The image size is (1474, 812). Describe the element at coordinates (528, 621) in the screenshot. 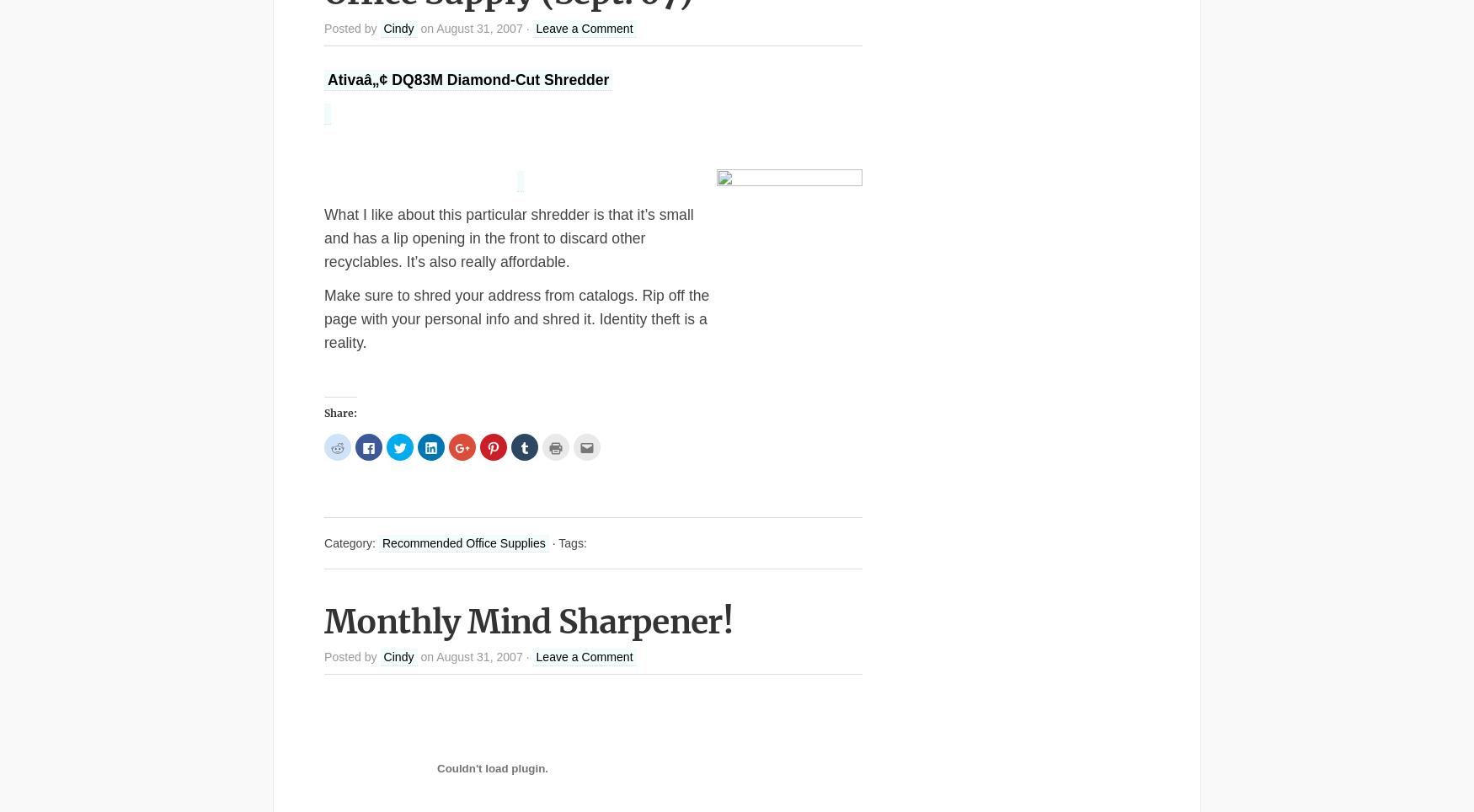

I see `'Monthly Mind Sharpener!'` at that location.